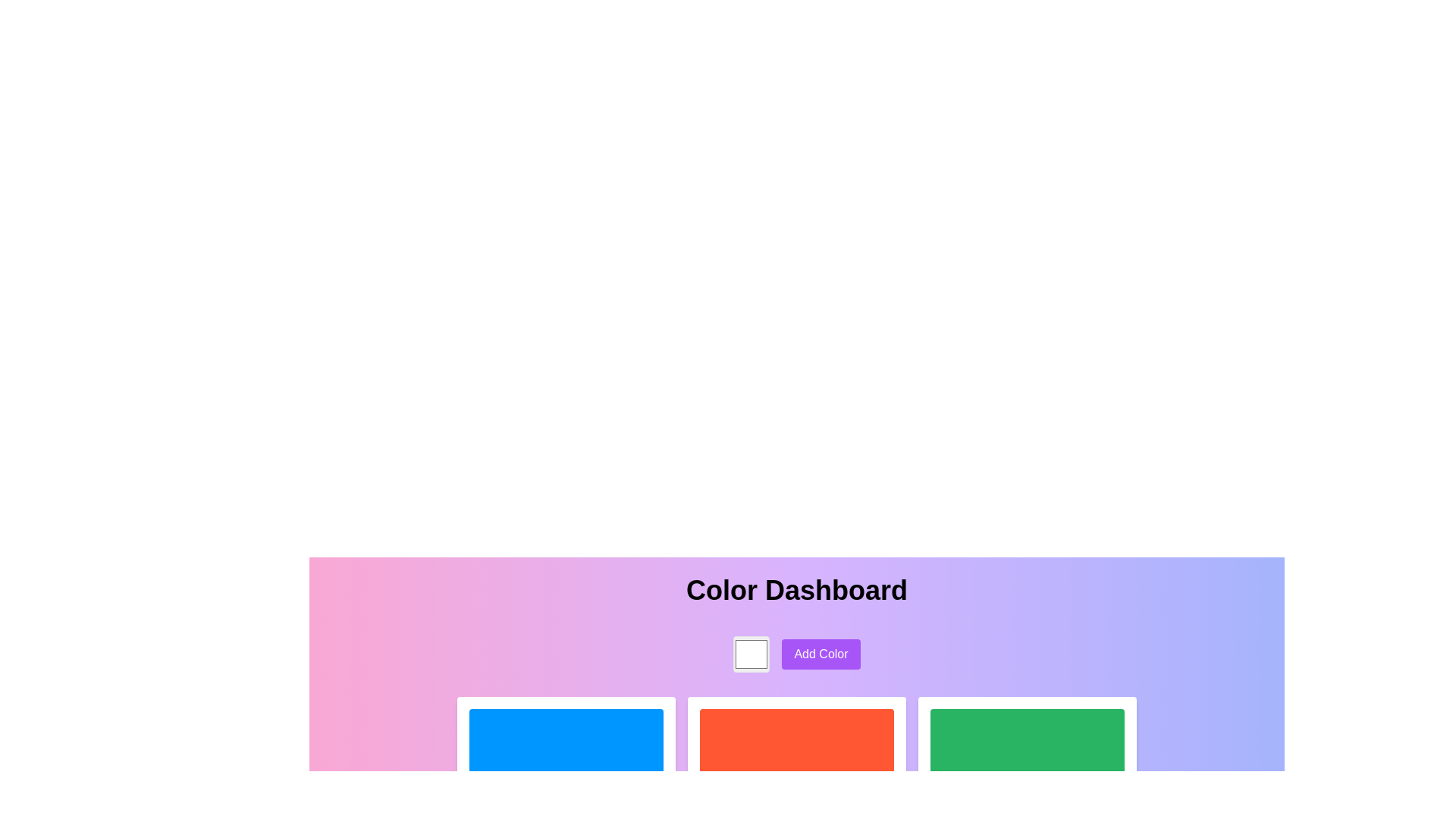 This screenshot has height=819, width=1456. I want to click on the button that adds a new color to the interface, so click(821, 654).